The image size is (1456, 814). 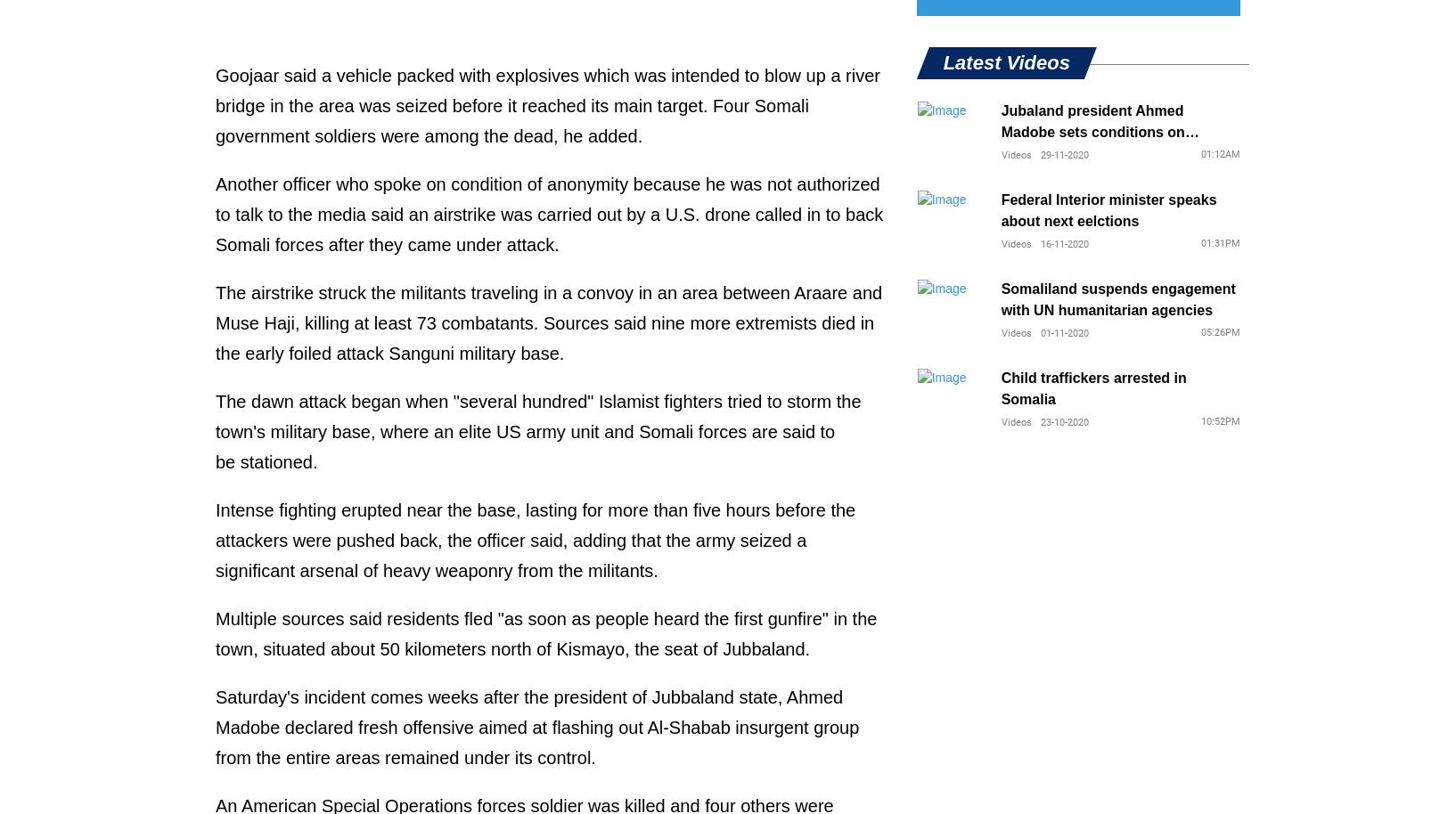 I want to click on '01-11-2020', so click(x=1039, y=333).